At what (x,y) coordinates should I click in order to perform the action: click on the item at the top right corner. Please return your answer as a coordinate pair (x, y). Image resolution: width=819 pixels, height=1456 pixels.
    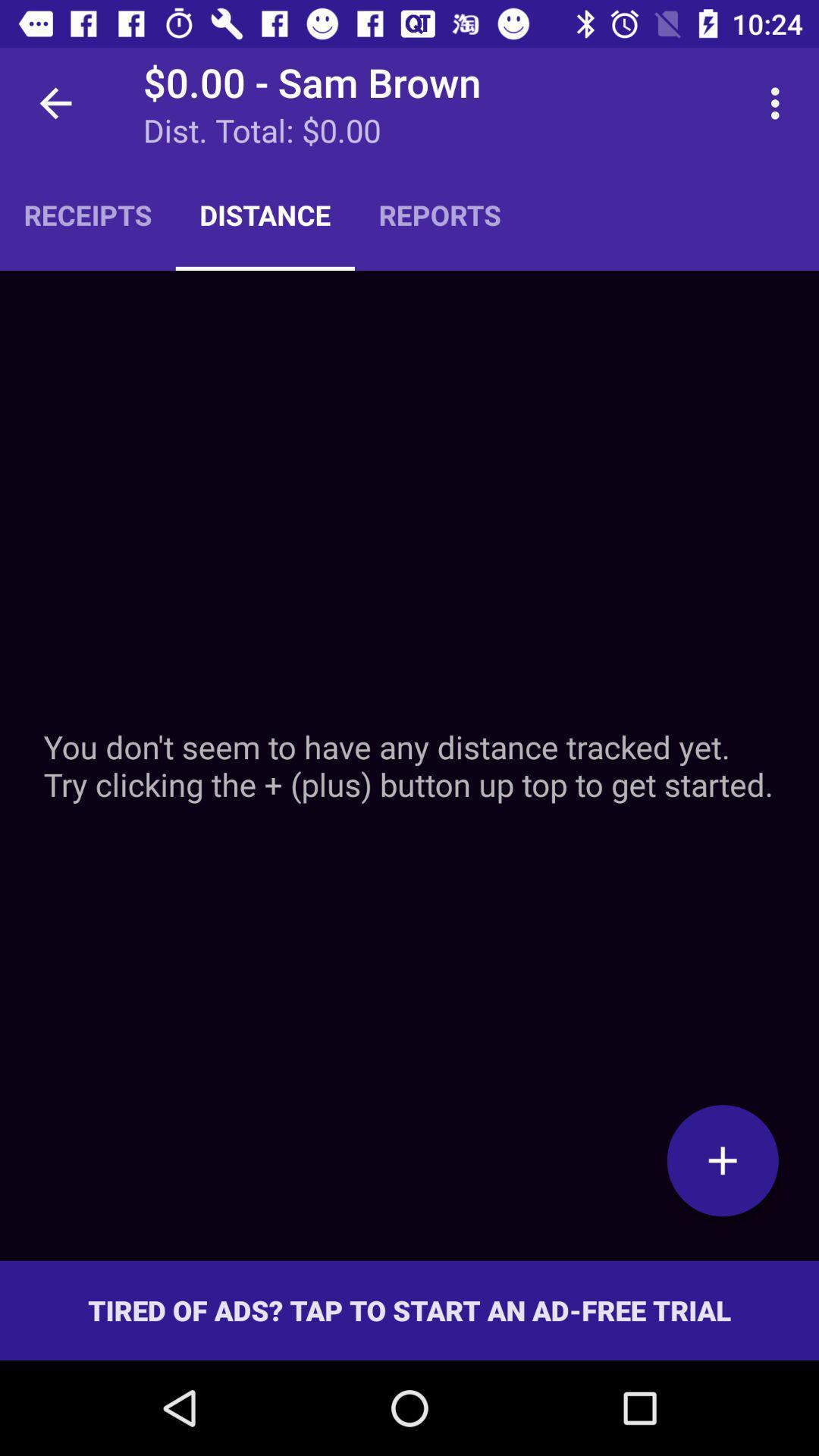
    Looking at the image, I should click on (779, 102).